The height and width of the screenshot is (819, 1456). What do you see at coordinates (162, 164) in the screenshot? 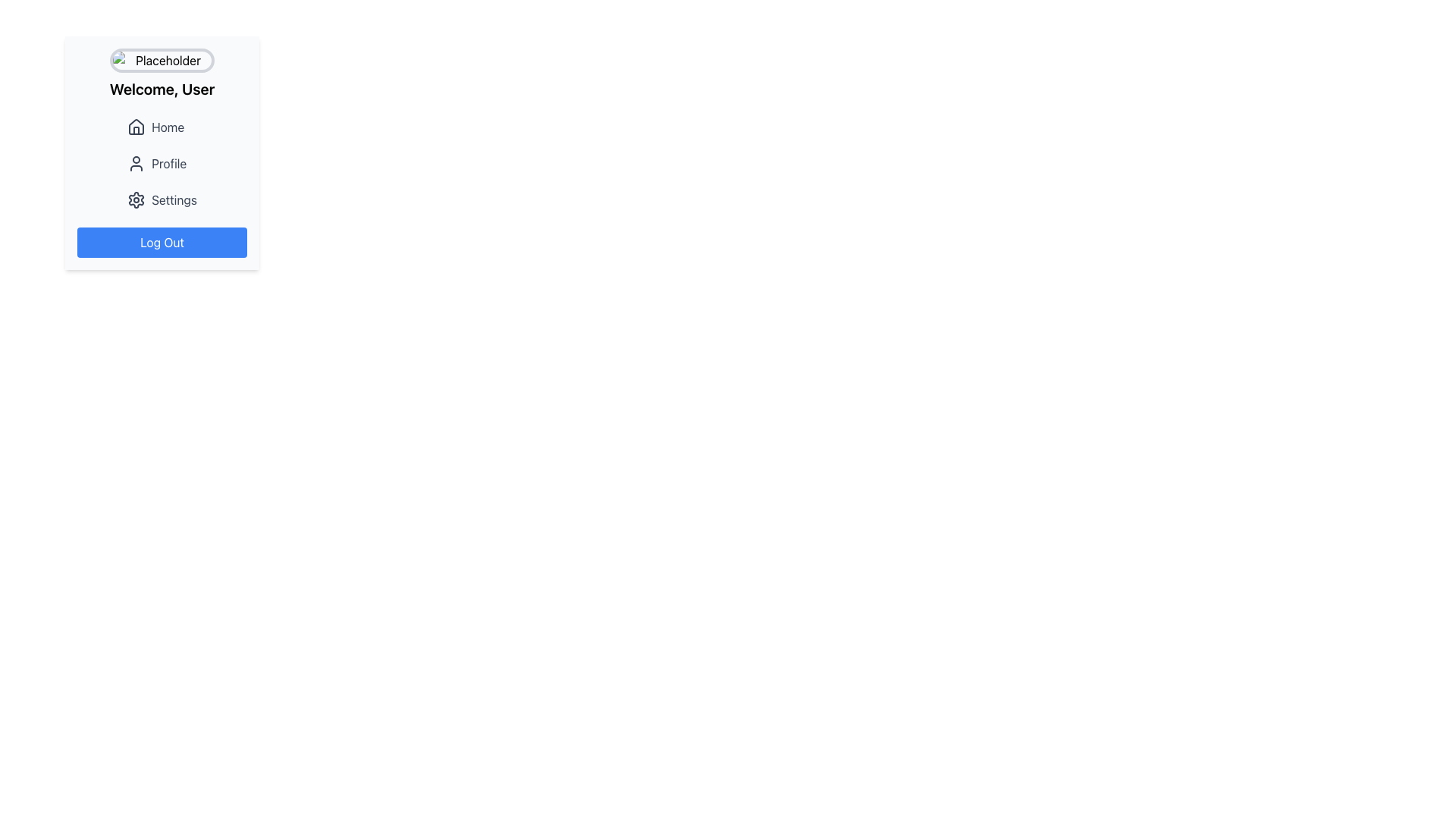
I see `the 'Profile' entry in the Vertical Navigation Menu` at bounding box center [162, 164].